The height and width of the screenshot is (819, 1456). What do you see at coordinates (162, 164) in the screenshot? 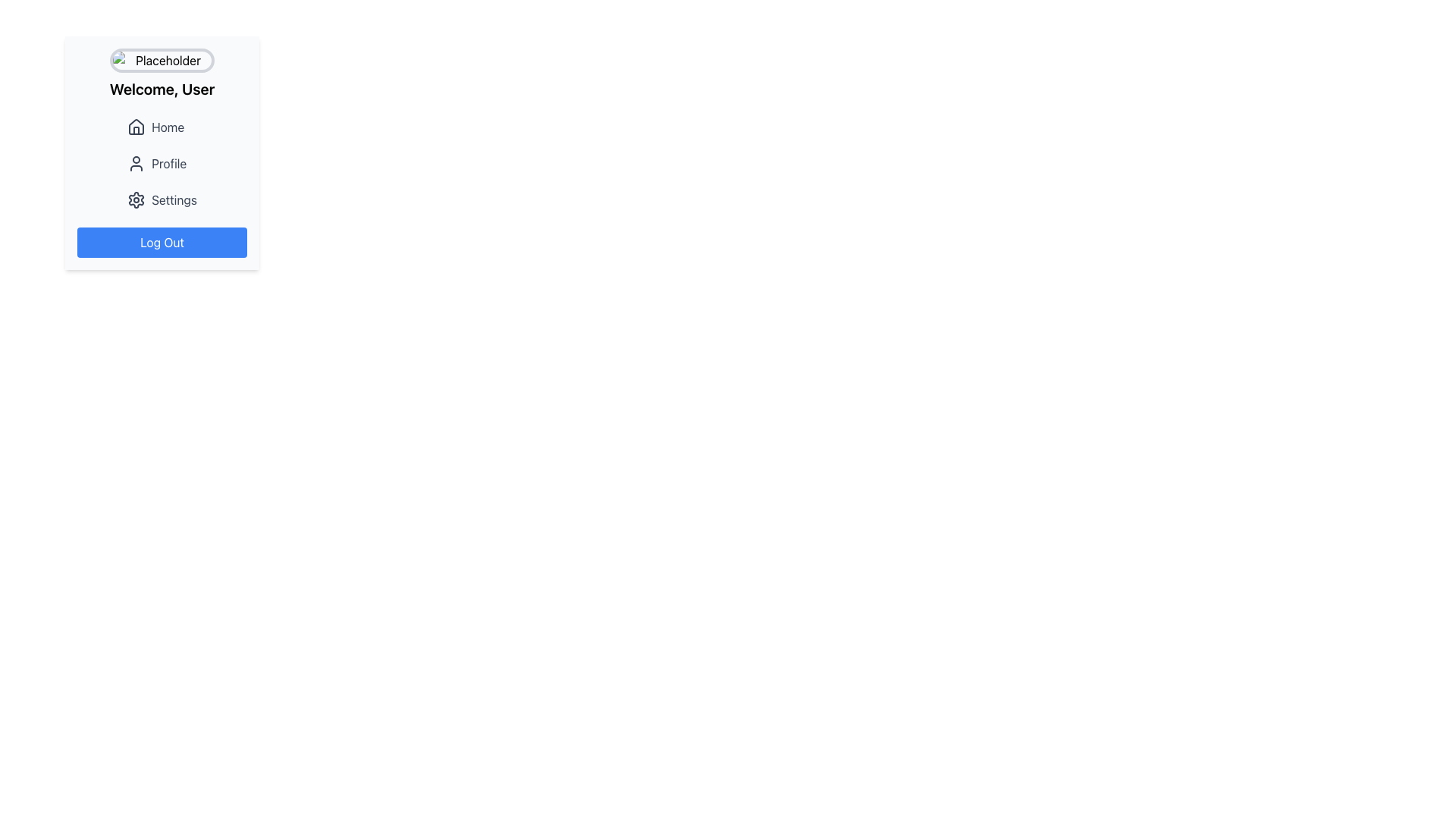
I see `the 'Profile' entry in the Vertical Navigation Menu` at bounding box center [162, 164].